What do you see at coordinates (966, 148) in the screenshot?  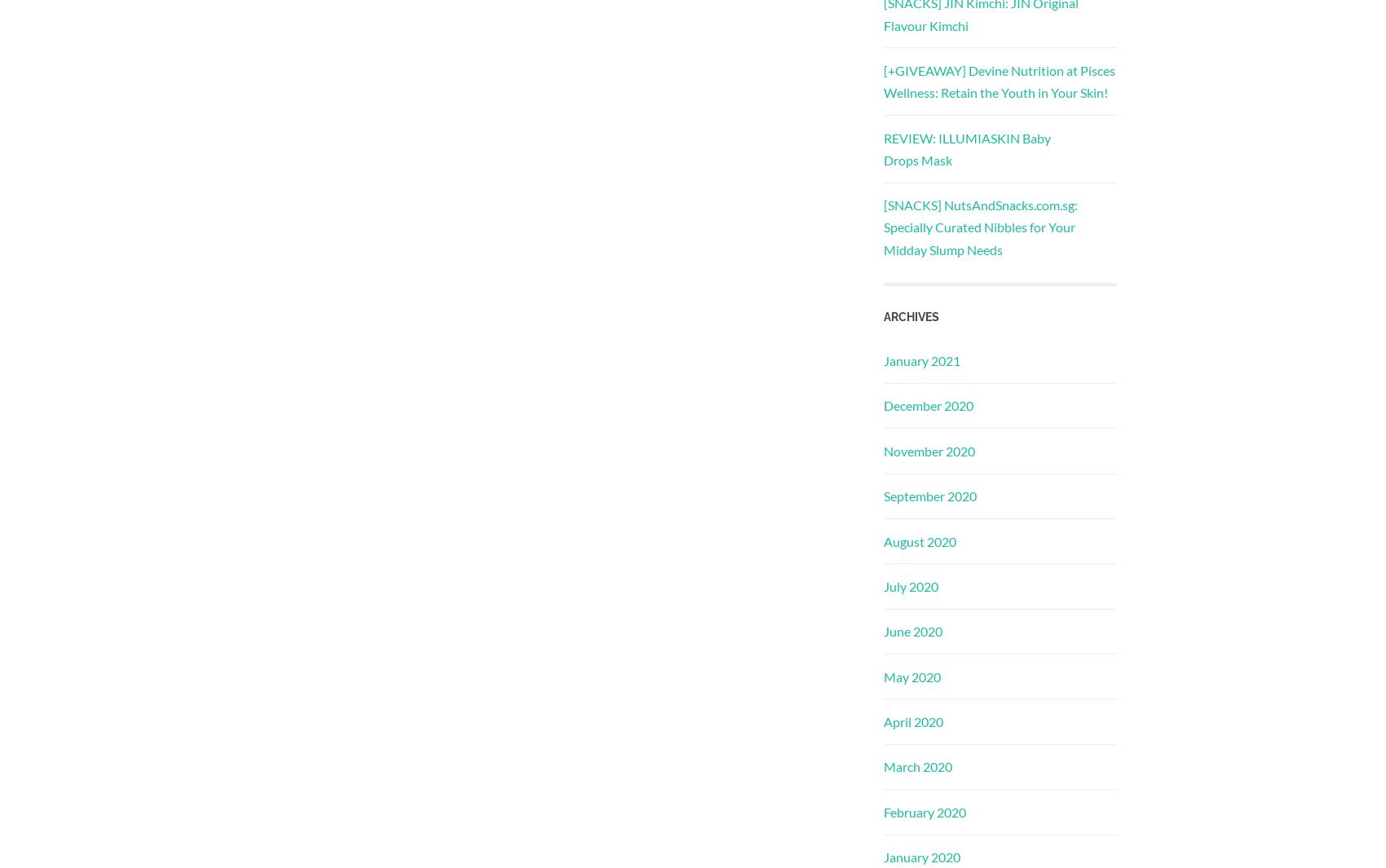 I see `'REVIEW: ILLUMIASKIN Baby Drops Mask'` at bounding box center [966, 148].